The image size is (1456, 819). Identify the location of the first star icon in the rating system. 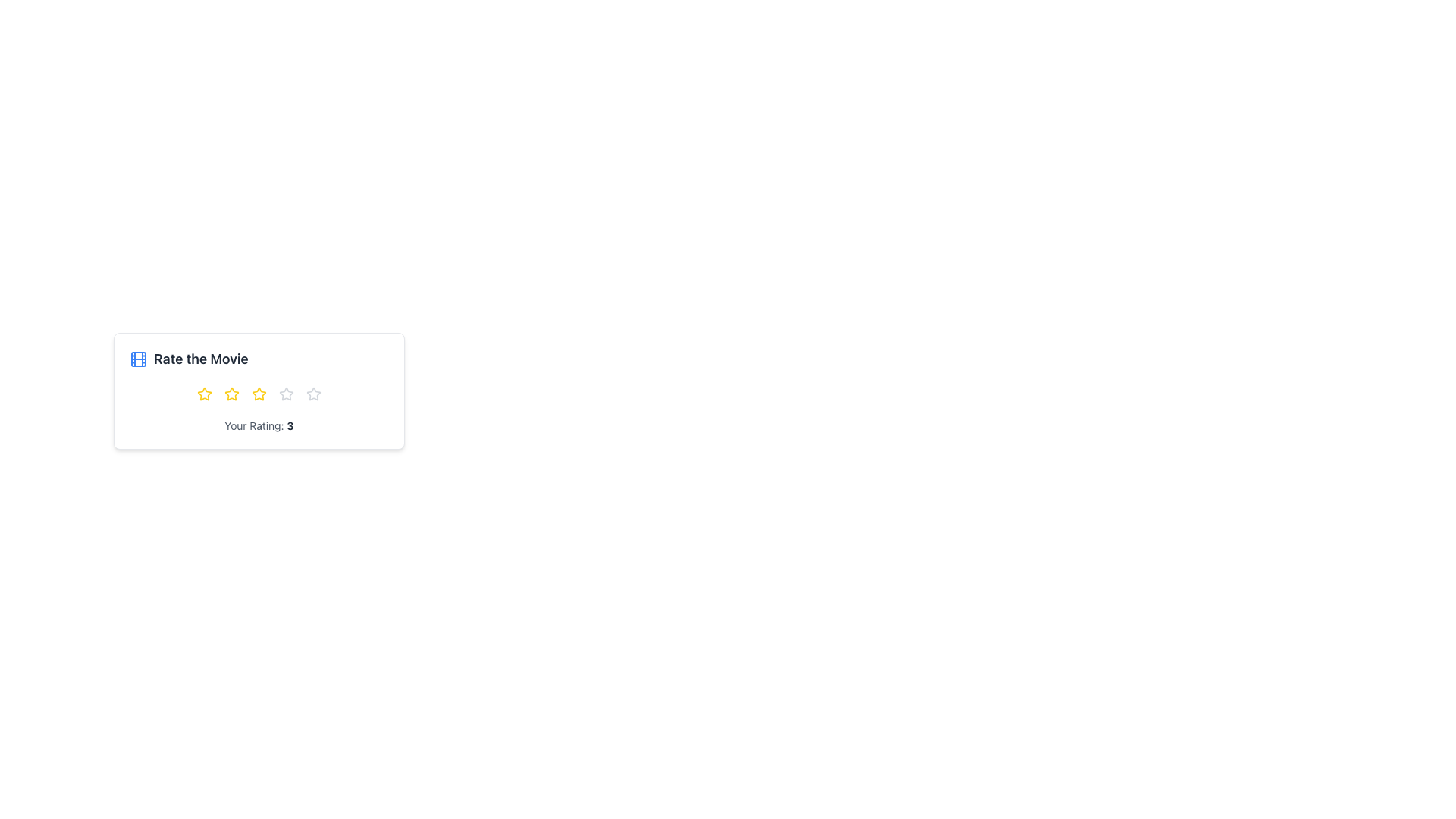
(203, 394).